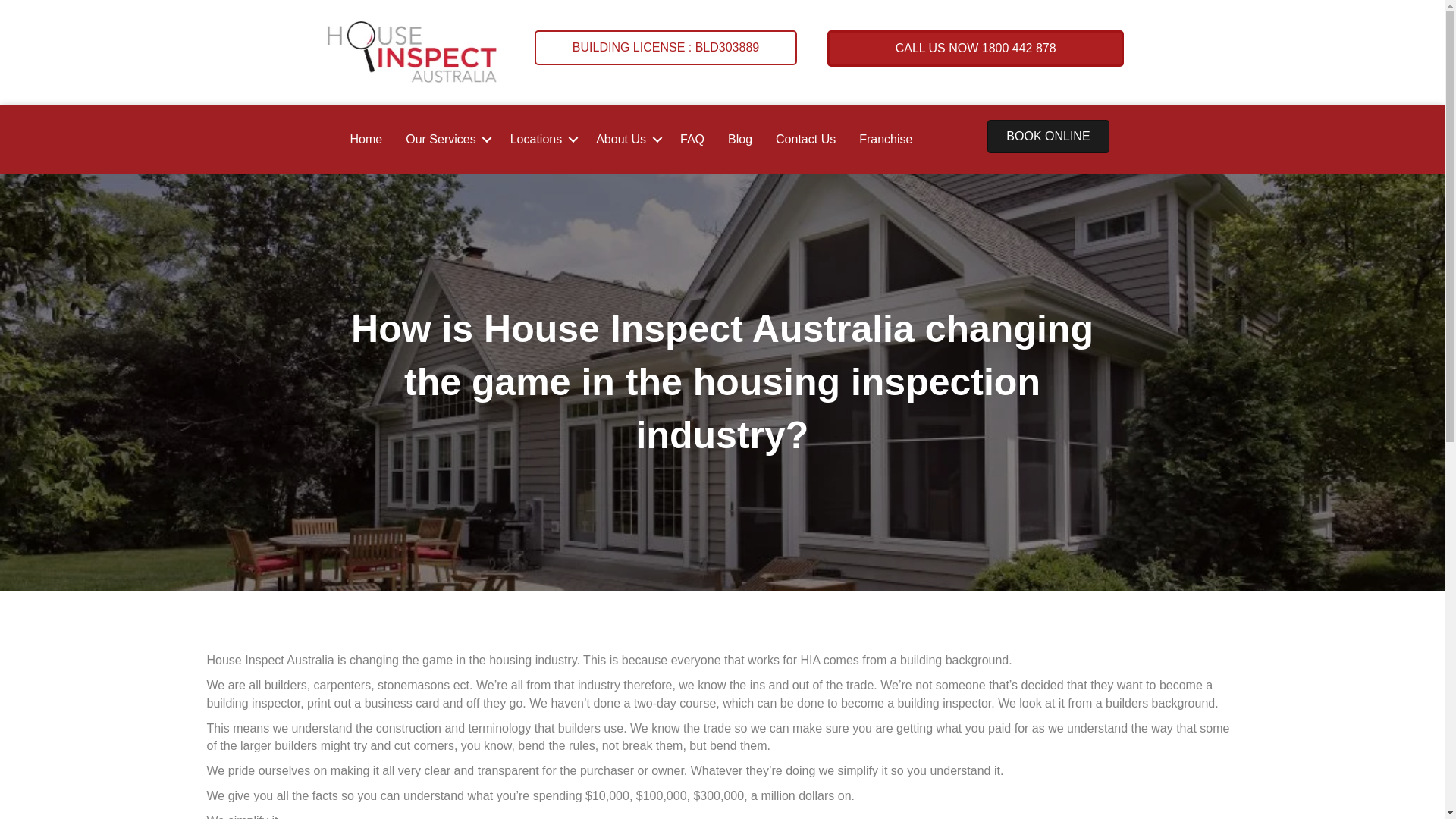  Describe the element at coordinates (541, 139) in the screenshot. I see `'Locations'` at that location.